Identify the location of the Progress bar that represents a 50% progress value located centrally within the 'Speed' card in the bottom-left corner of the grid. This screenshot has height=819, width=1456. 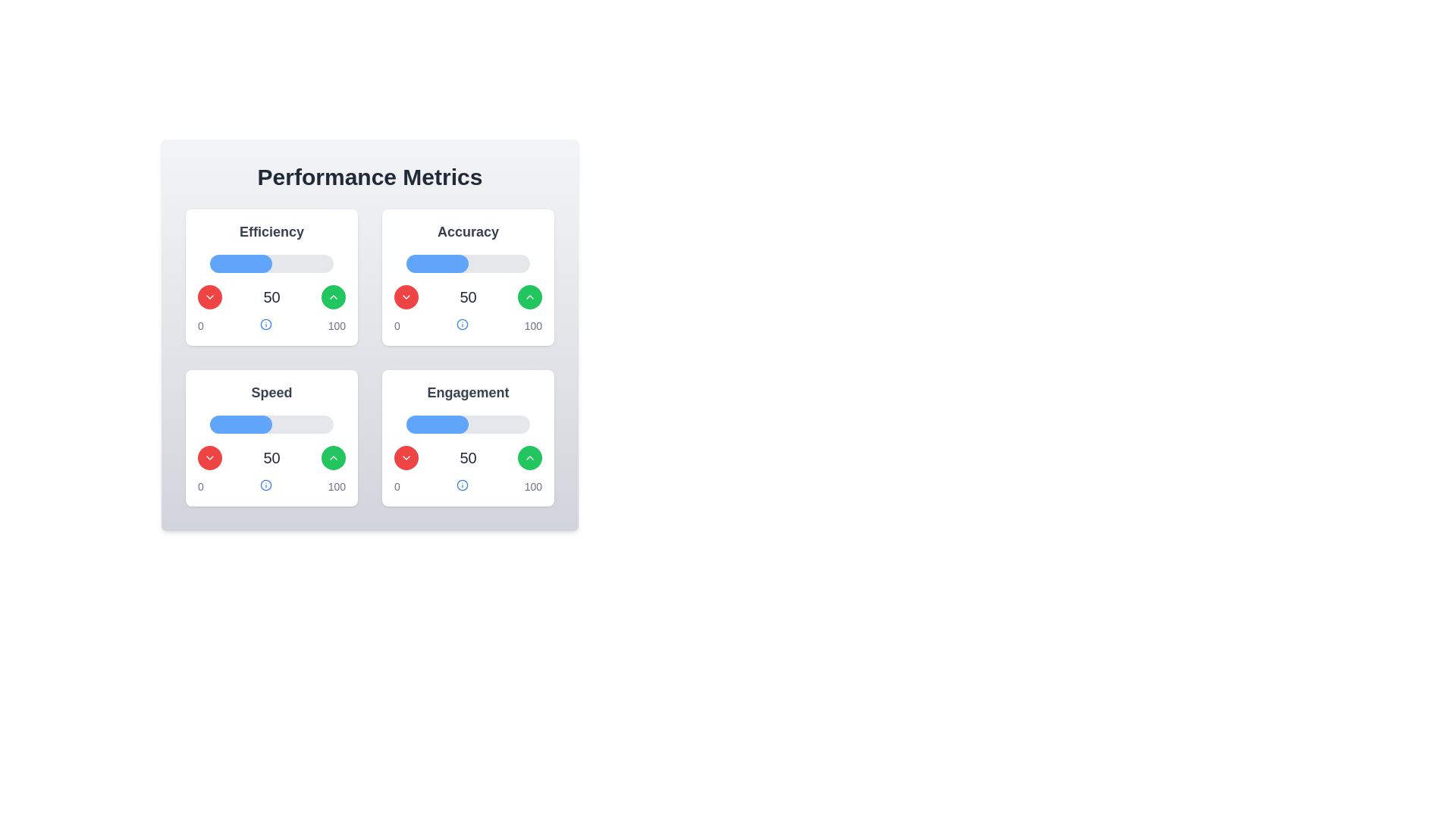
(271, 424).